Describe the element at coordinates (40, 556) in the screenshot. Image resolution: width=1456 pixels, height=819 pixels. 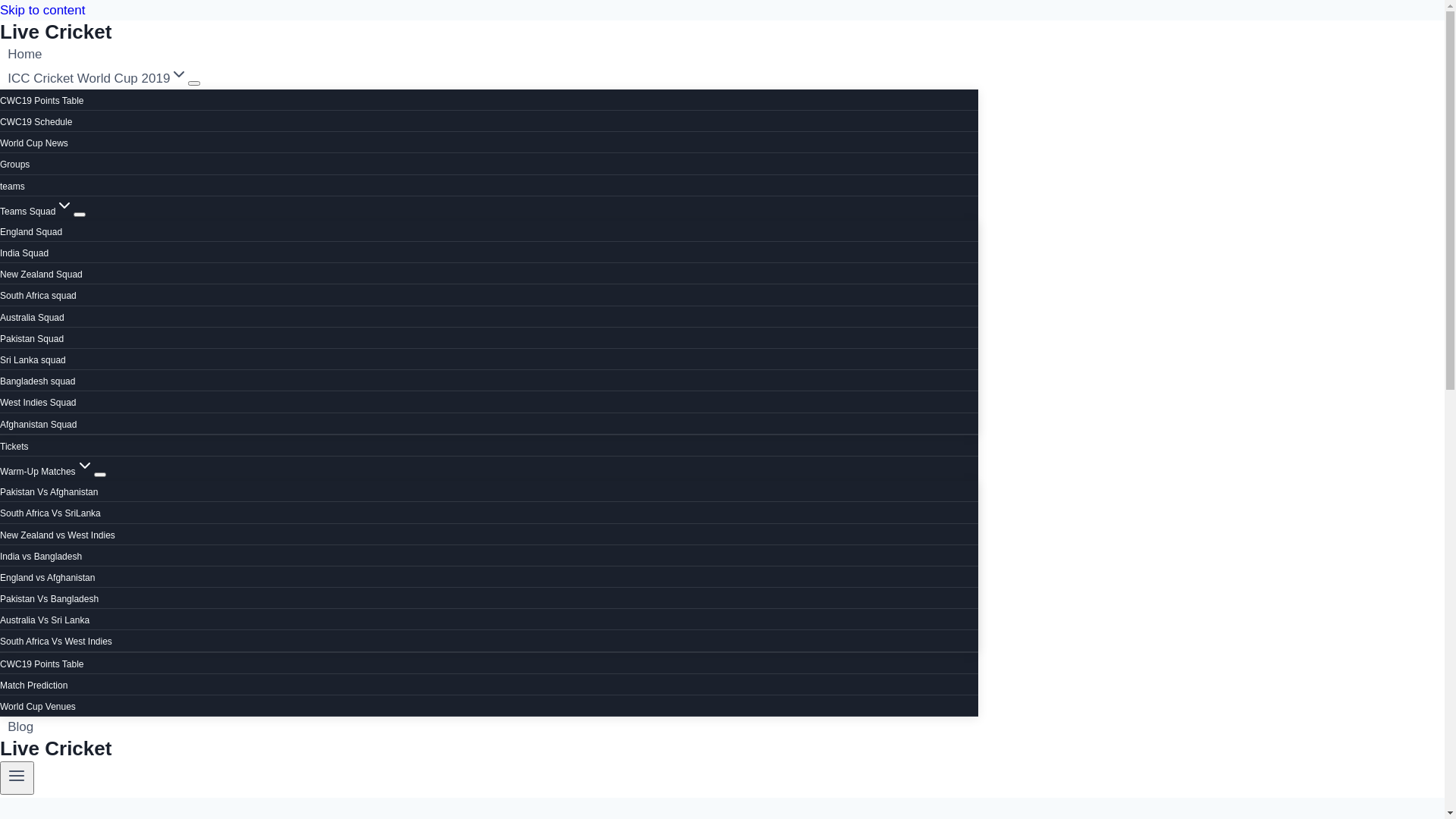
I see `'India vs Bangladesh'` at that location.